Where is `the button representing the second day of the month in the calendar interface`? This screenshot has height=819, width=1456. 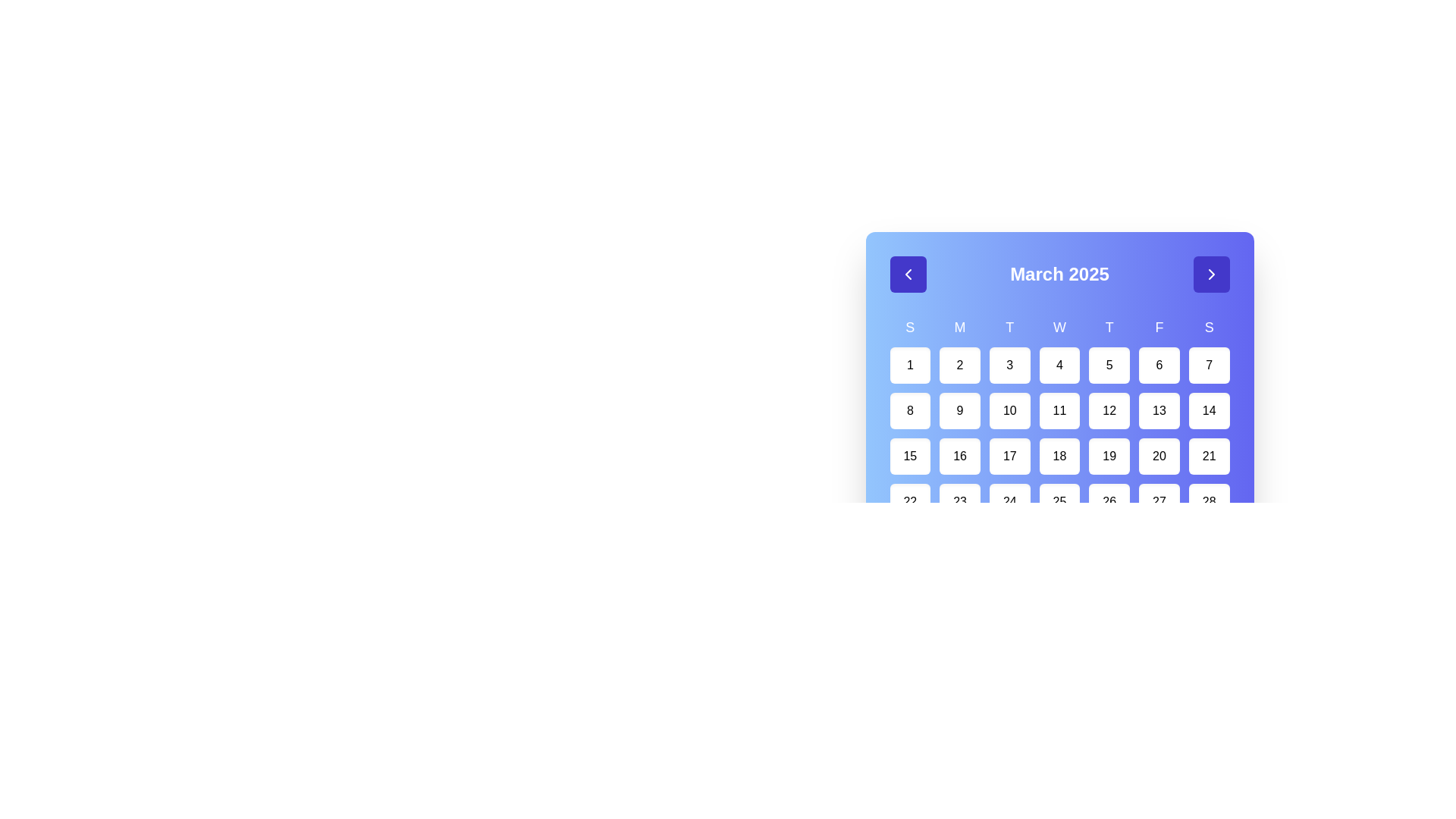
the button representing the second day of the month in the calendar interface is located at coordinates (959, 366).